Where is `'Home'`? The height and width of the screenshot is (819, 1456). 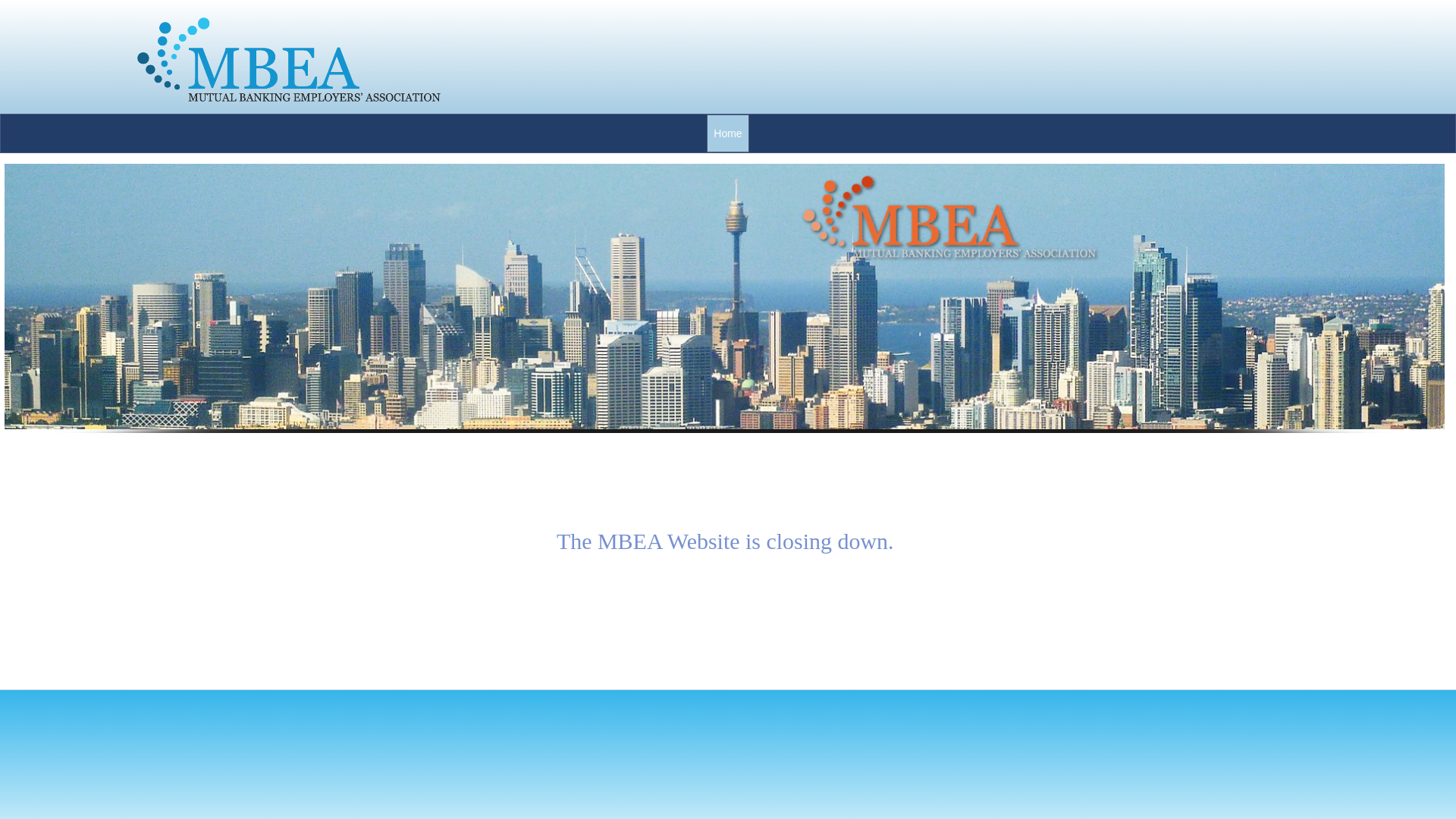
'Home' is located at coordinates (726, 133).